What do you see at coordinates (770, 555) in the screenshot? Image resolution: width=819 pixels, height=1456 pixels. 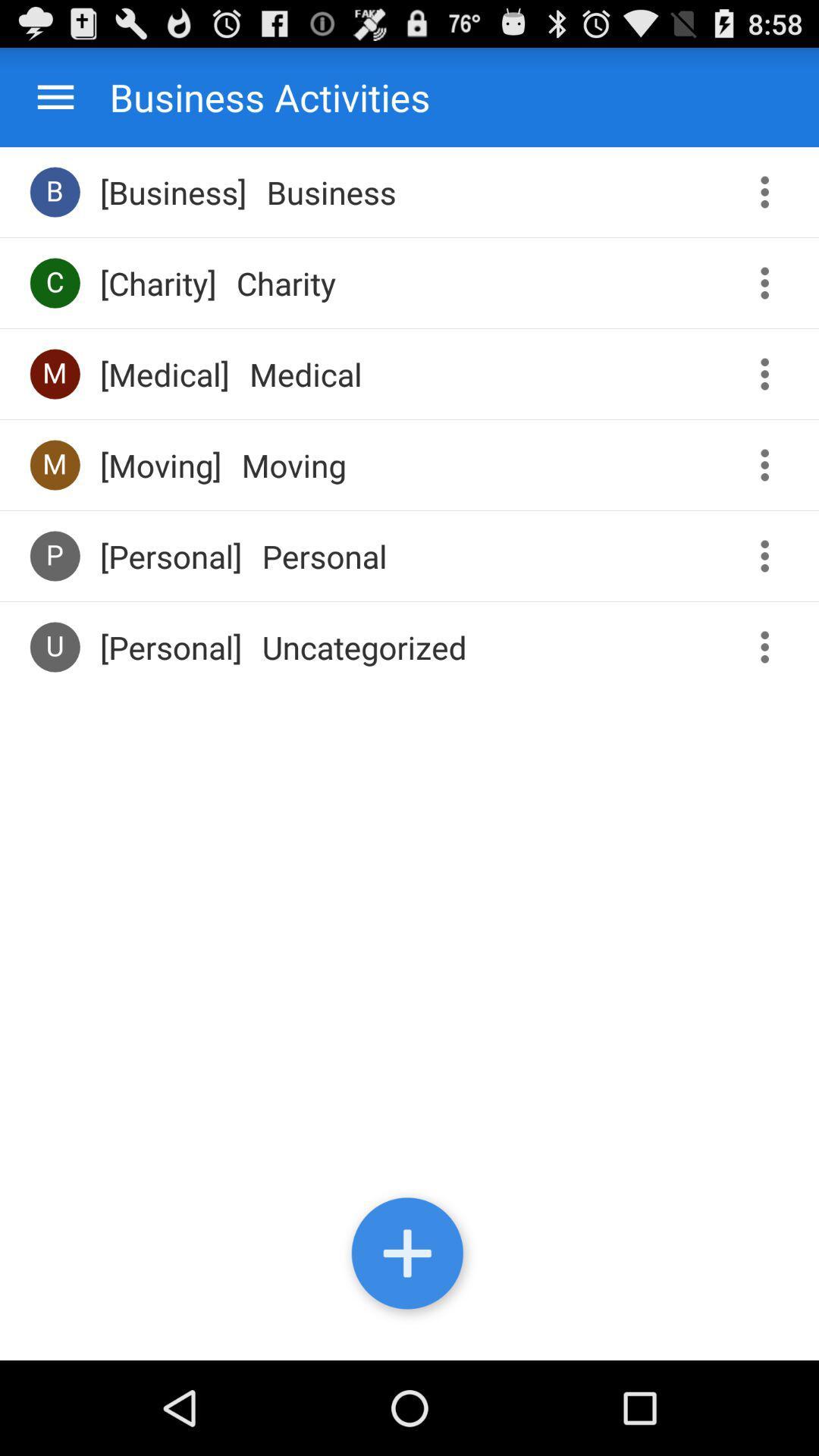 I see `options` at bounding box center [770, 555].